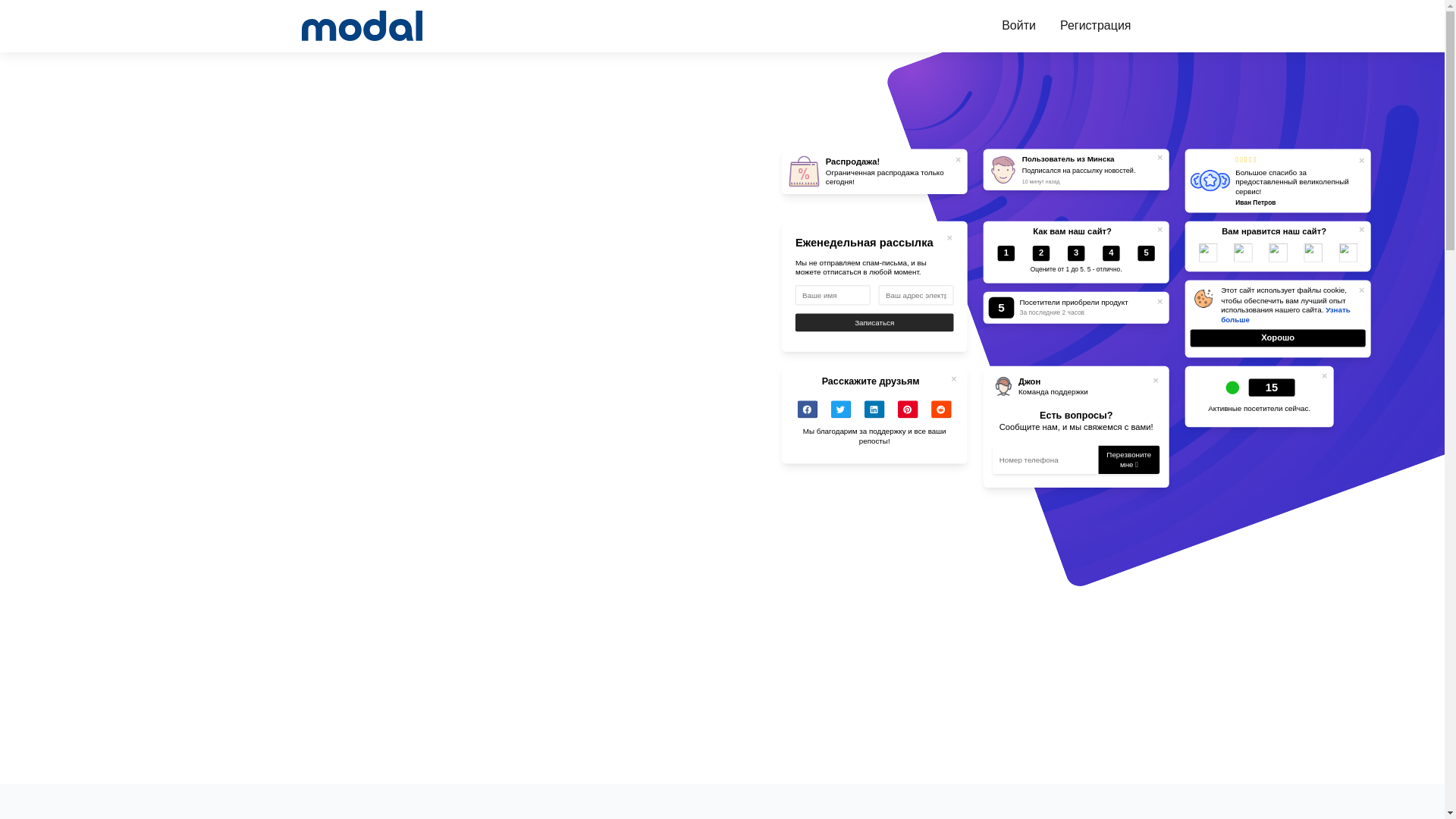 The width and height of the screenshot is (1456, 819). Describe the element at coordinates (1043, 256) in the screenshot. I see `'2'` at that location.